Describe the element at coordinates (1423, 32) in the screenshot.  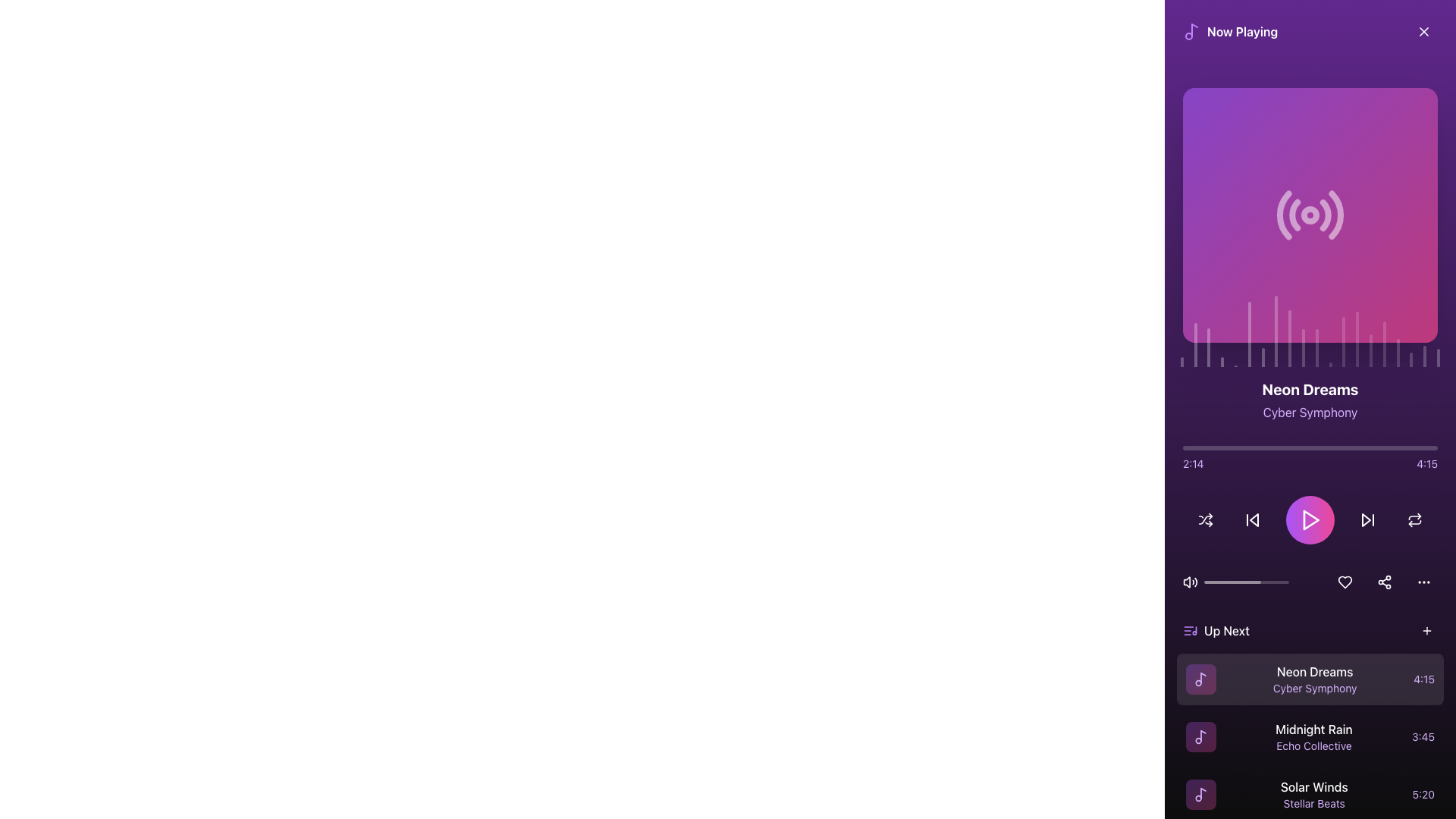
I see `the close icon represented by a diagonal cross in the top right corner of the application` at that location.